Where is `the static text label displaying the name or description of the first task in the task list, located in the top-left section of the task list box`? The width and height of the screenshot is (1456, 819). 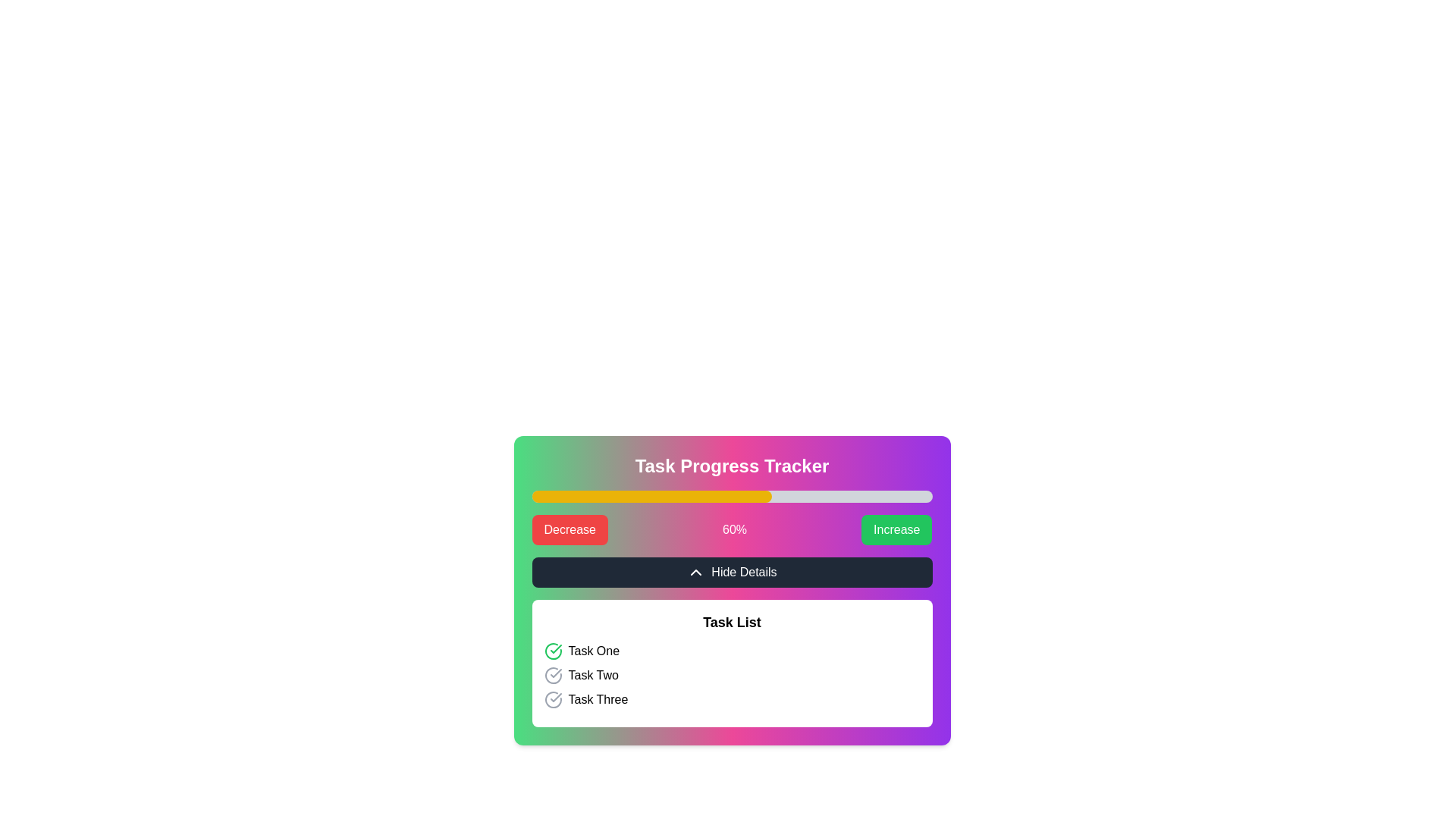 the static text label displaying the name or description of the first task in the task list, located in the top-left section of the task list box is located at coordinates (593, 651).